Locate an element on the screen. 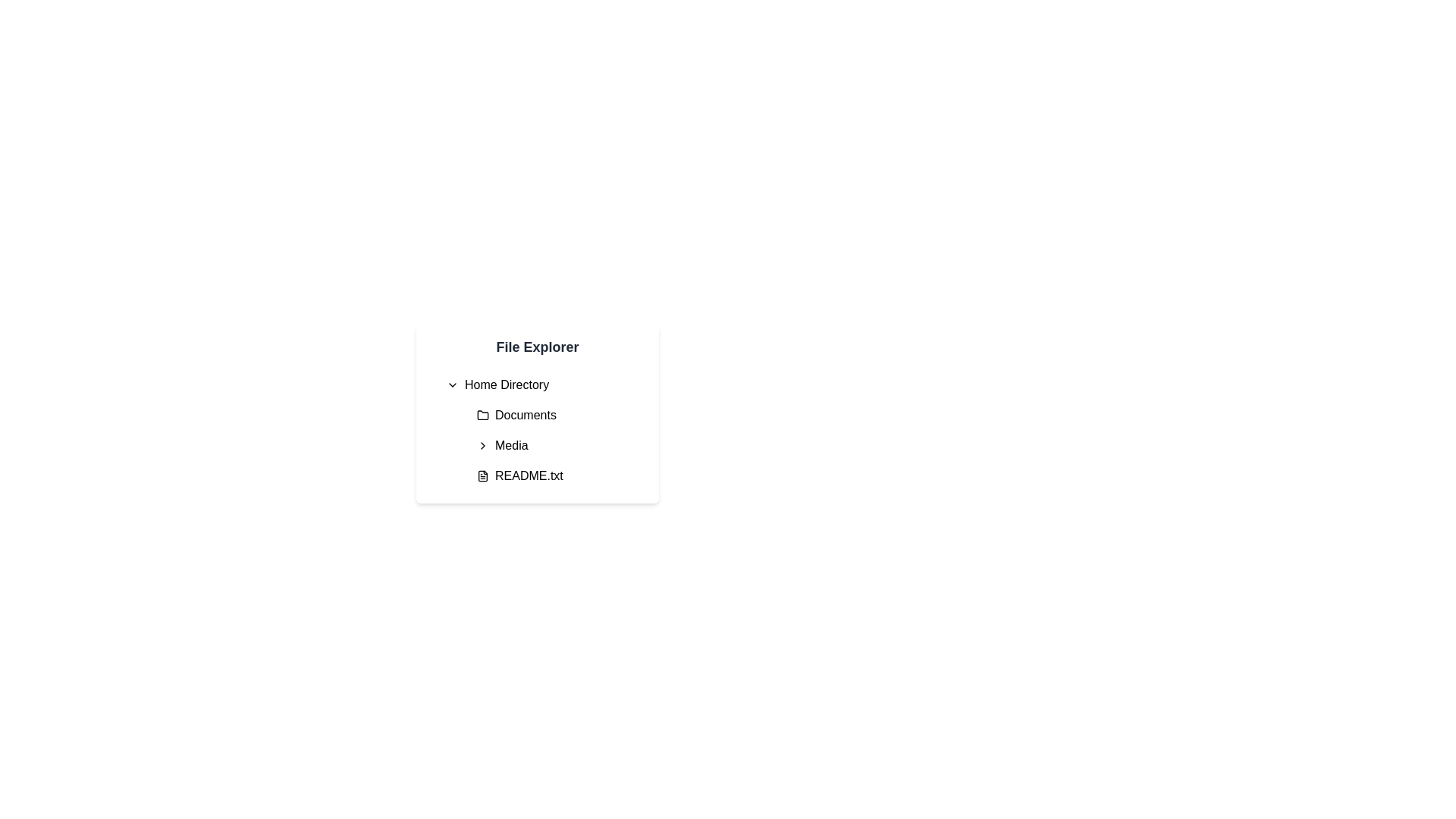  the icon located to the immediate left of the 'Home Directory' text label is located at coordinates (451, 384).